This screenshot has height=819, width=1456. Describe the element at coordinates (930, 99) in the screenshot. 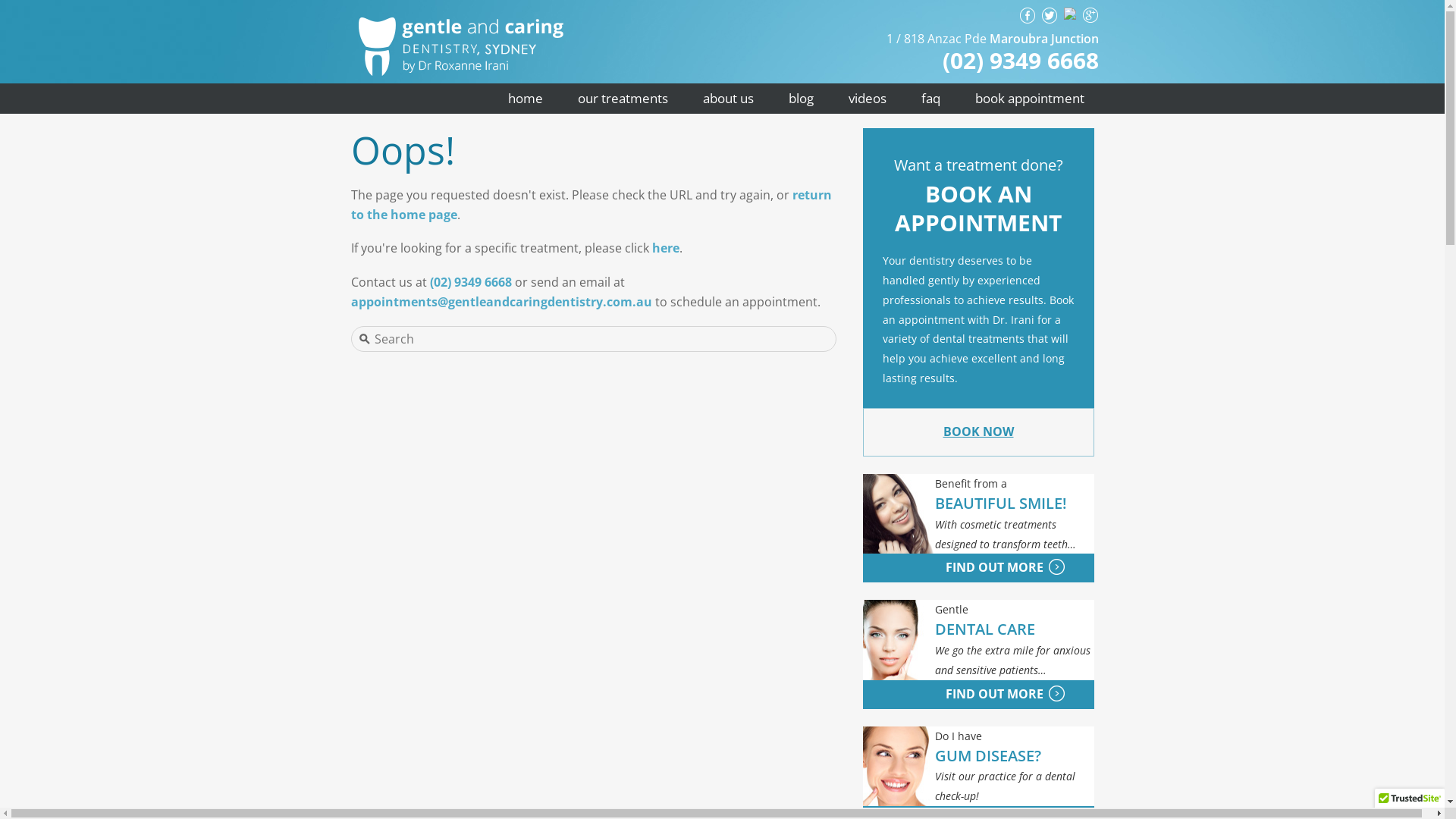

I see `'faq'` at that location.